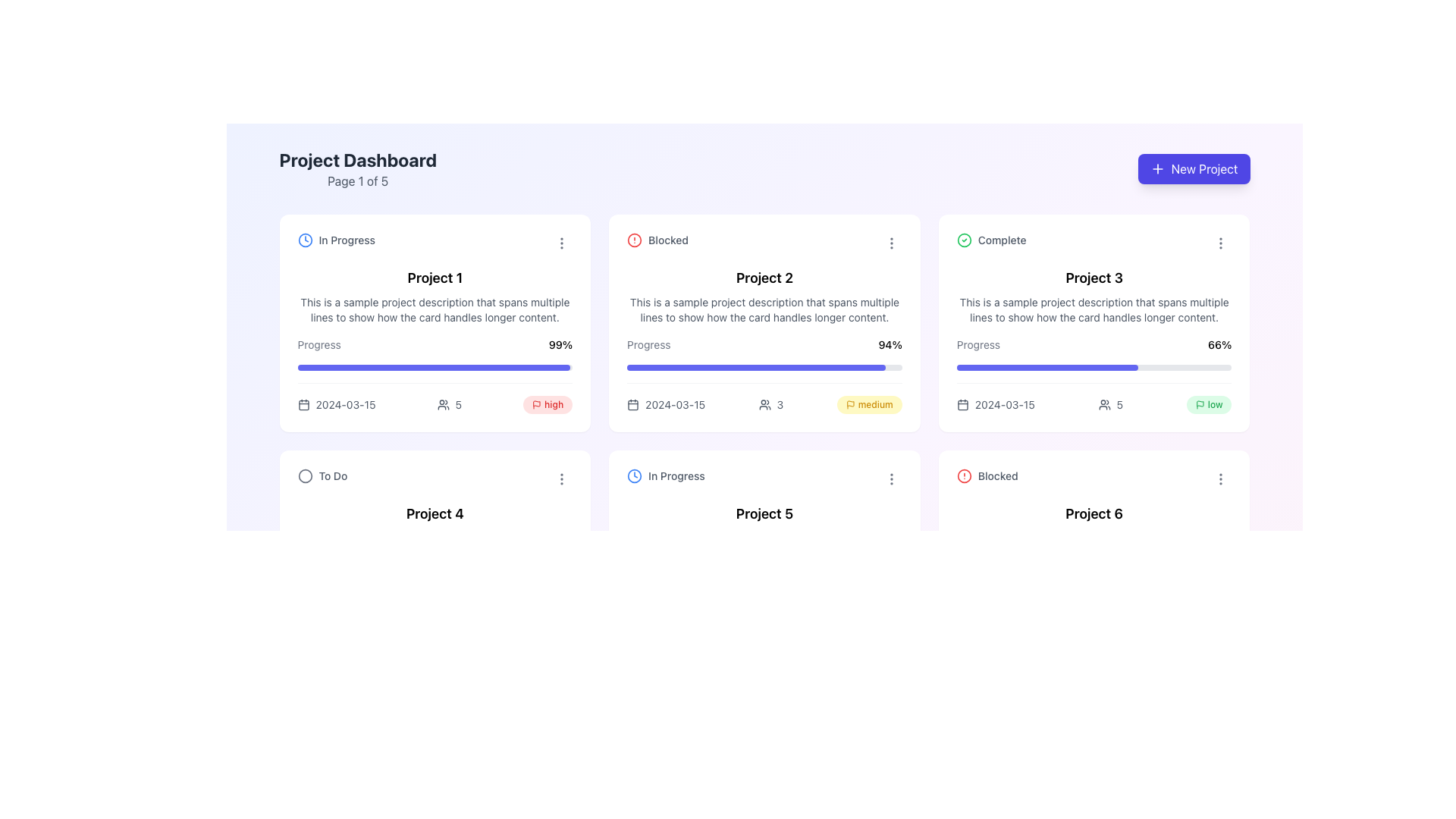  Describe the element at coordinates (890, 345) in the screenshot. I see `progress percentage value displayed in the text display element located in the 'Project 2' card, positioned towards the bottom right, adjacent to the text 'Progress'` at that location.